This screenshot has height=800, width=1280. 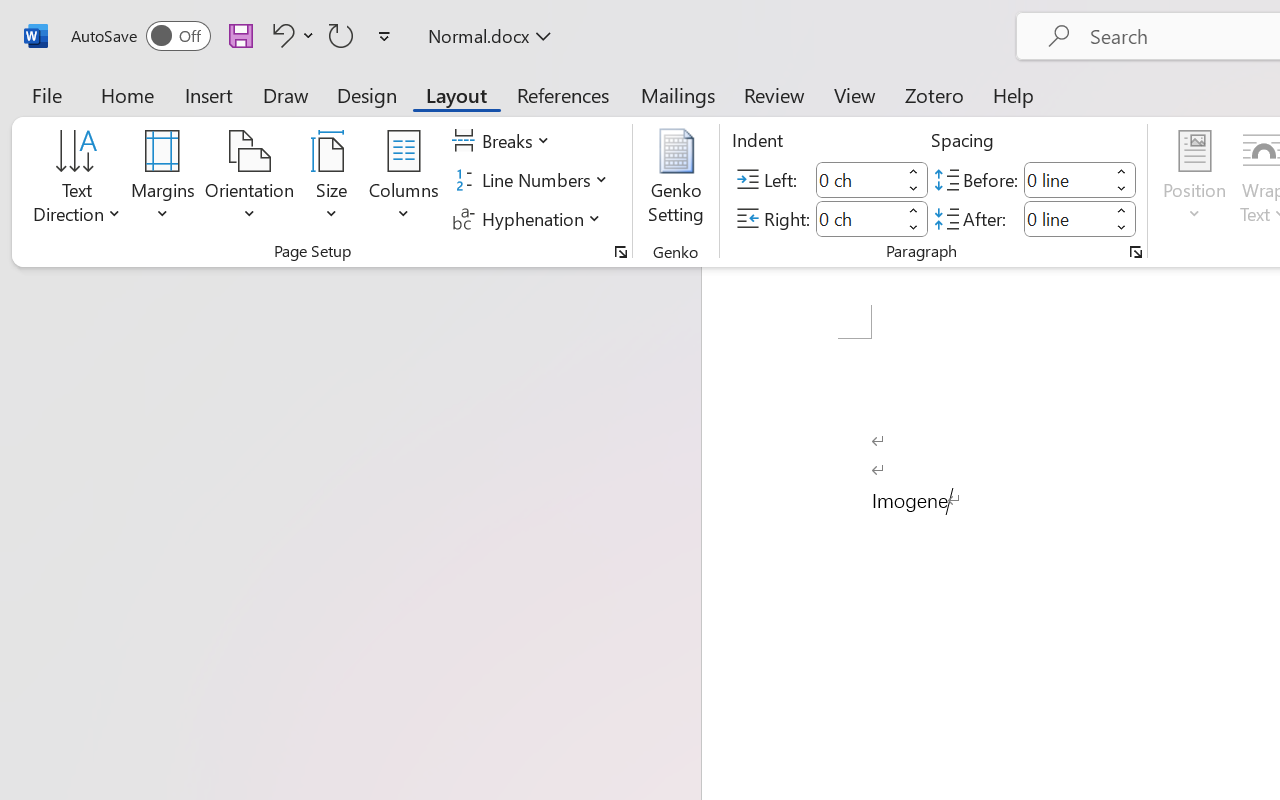 What do you see at coordinates (529, 218) in the screenshot?
I see `'Hyphenation'` at bounding box center [529, 218].